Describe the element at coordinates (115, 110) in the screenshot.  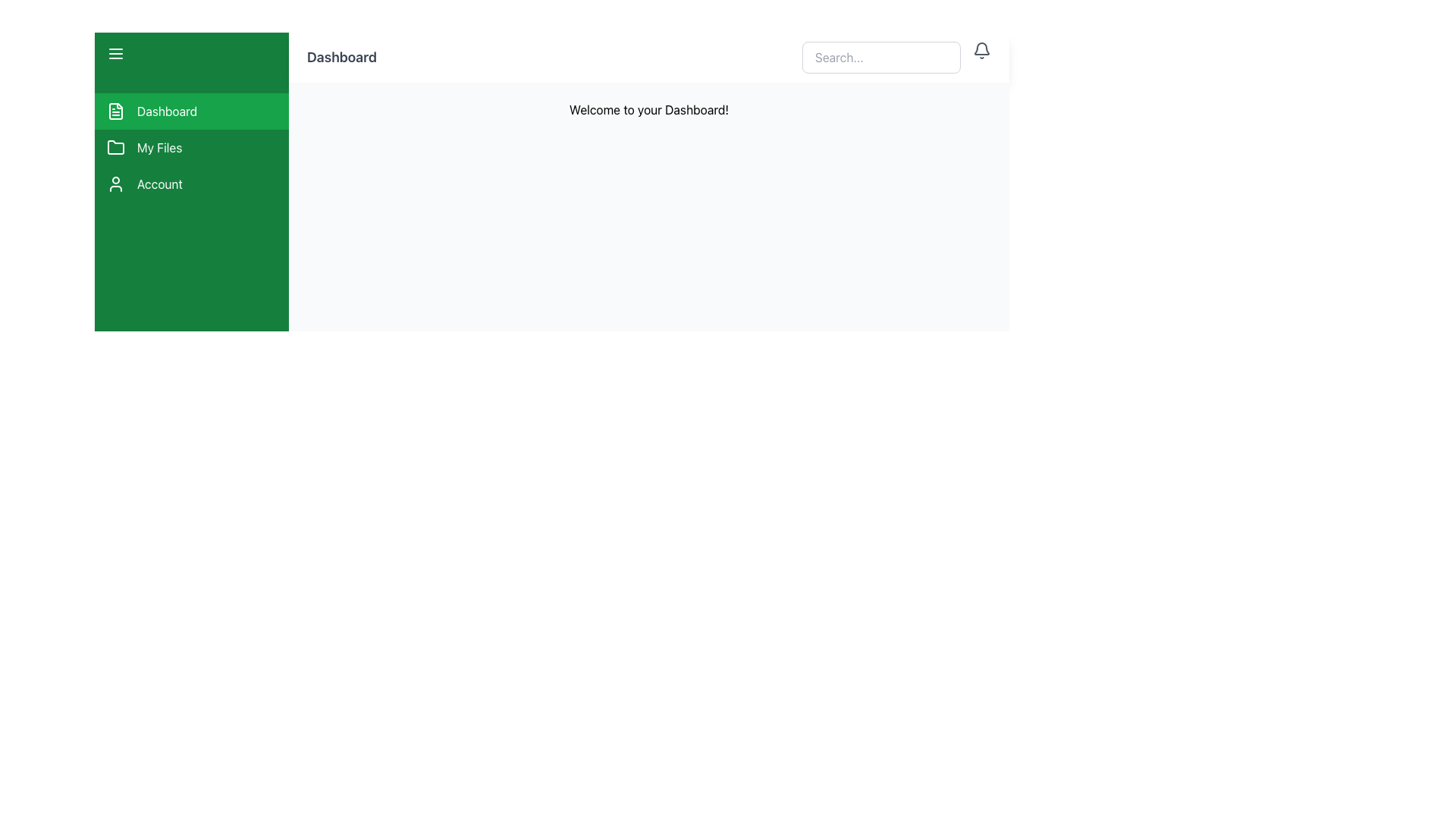
I see `the document icon in the green sidebar, which is positioned to the left of the 'Dashboard' label` at that location.